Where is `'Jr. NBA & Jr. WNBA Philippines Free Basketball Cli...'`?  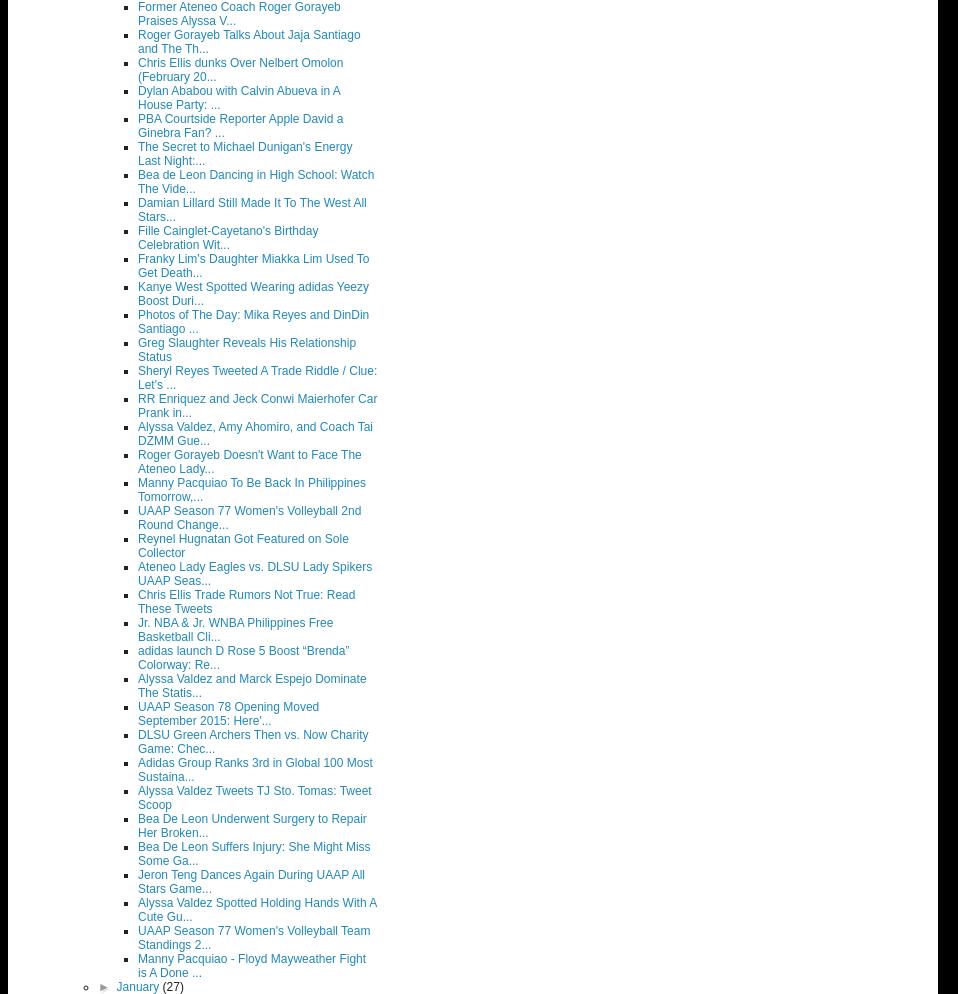
'Jr. NBA & Jr. WNBA Philippines Free Basketball Cli...' is located at coordinates (234, 628).